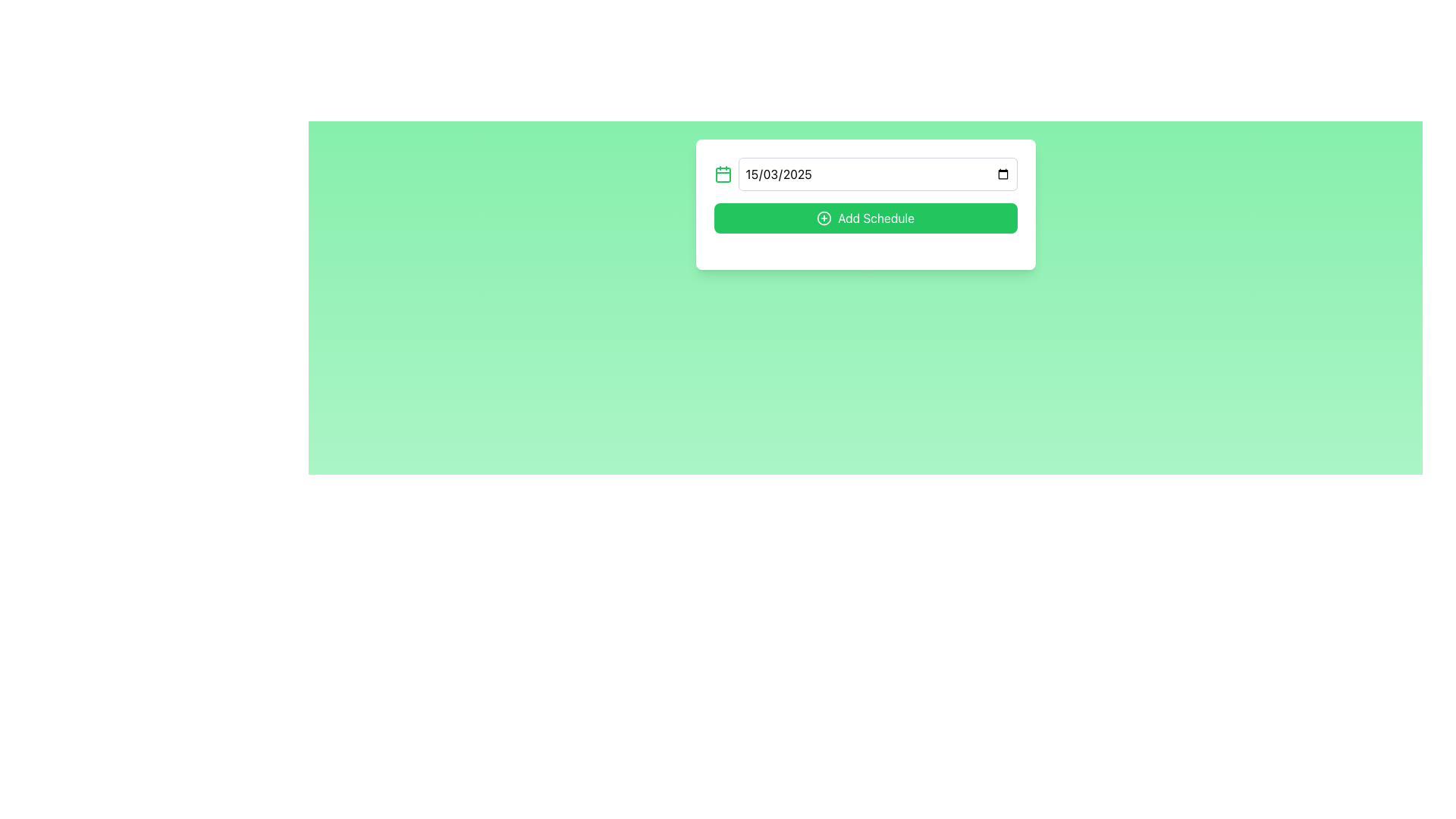 This screenshot has height=819, width=1456. I want to click on the SVG Circle element that is part of the '+' icon, located to the left of the 'Add Schedule' text in the green rectangular button at the bottom of the interface card, so click(824, 218).